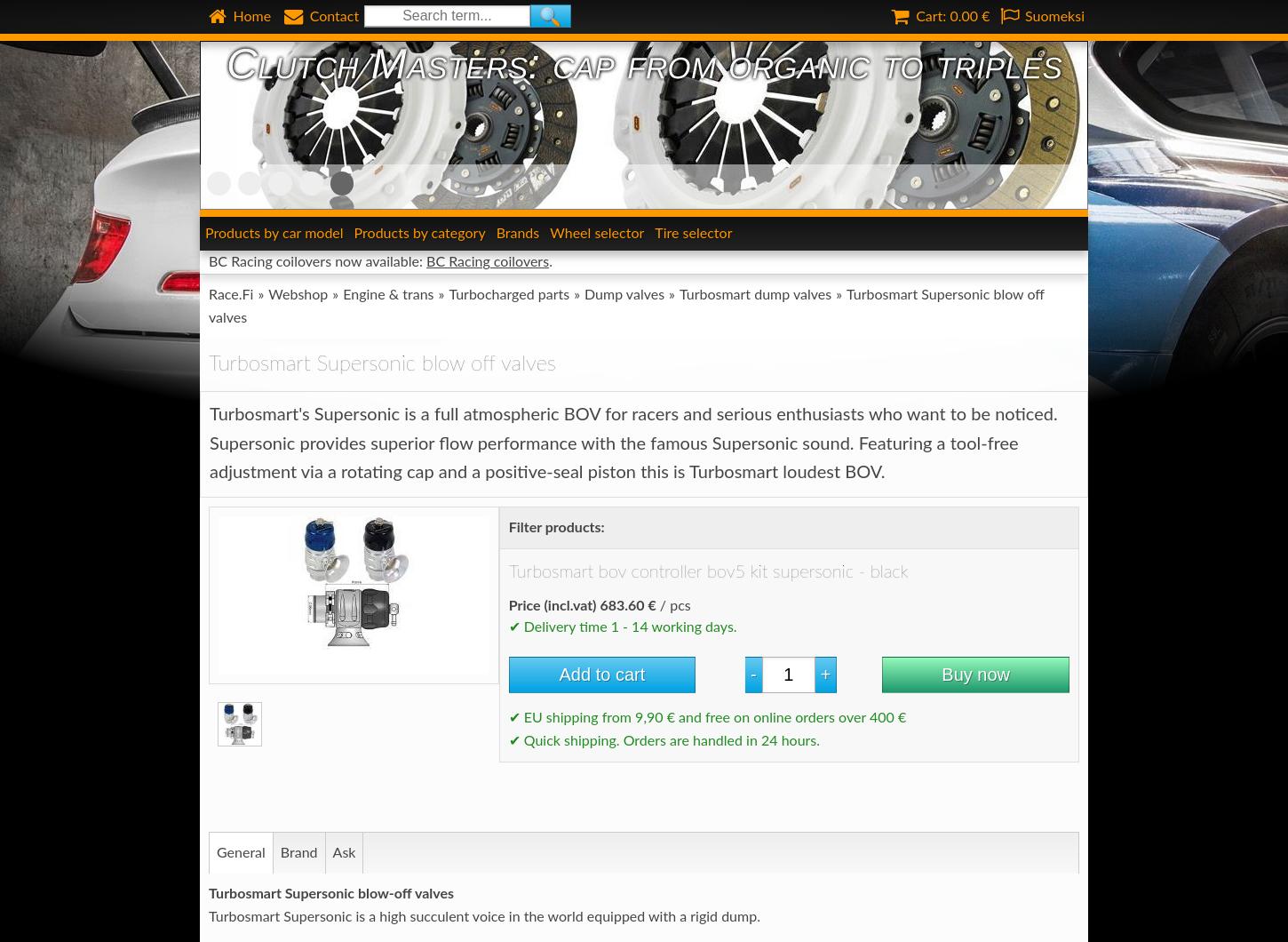 The image size is (1288, 942). Describe the element at coordinates (387, 294) in the screenshot. I see `'Engine & trans'` at that location.